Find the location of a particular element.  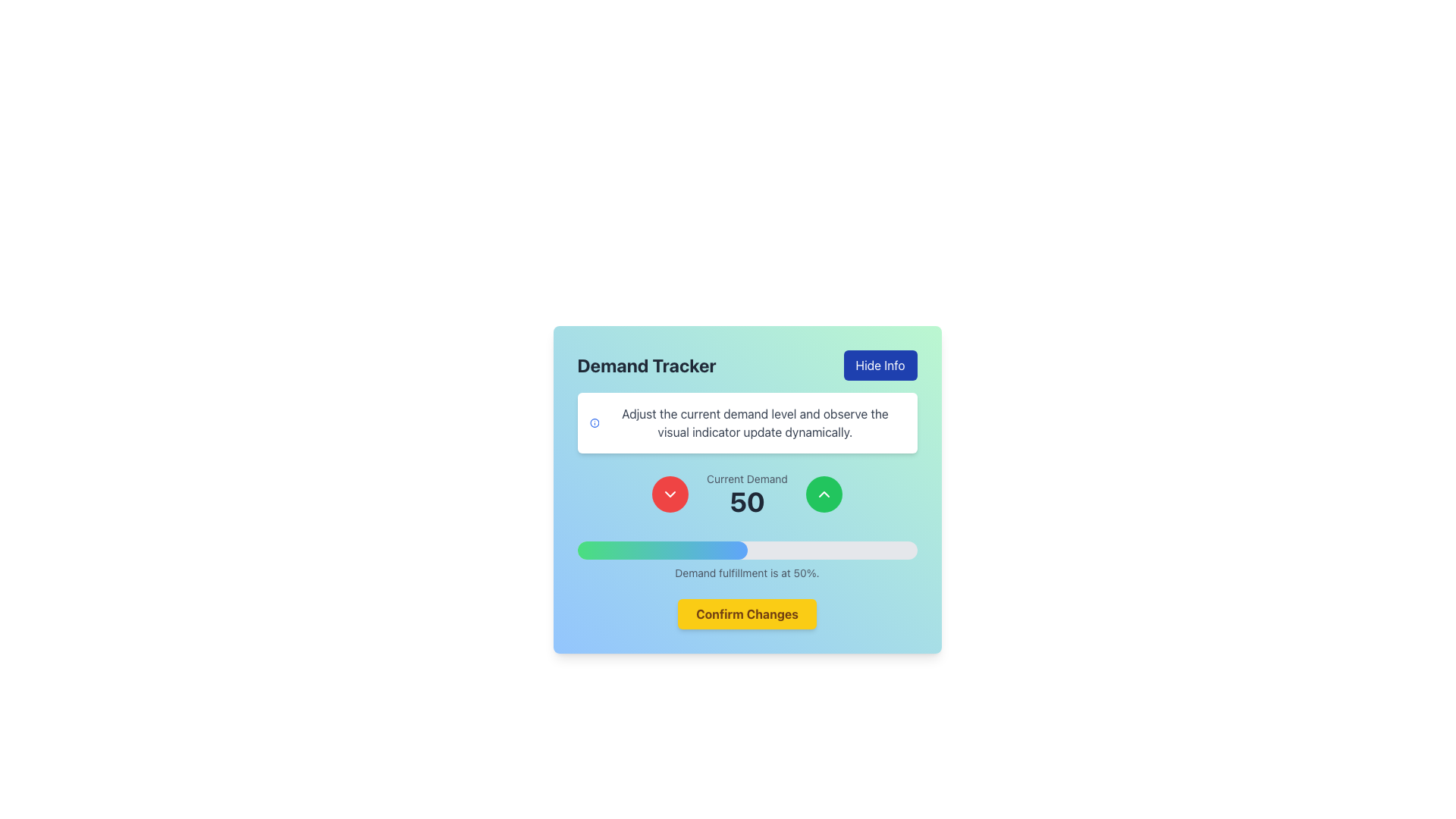

the progress bar that visually represents the current demand fulfillment percentage, which is currently set to 50% is located at coordinates (747, 550).